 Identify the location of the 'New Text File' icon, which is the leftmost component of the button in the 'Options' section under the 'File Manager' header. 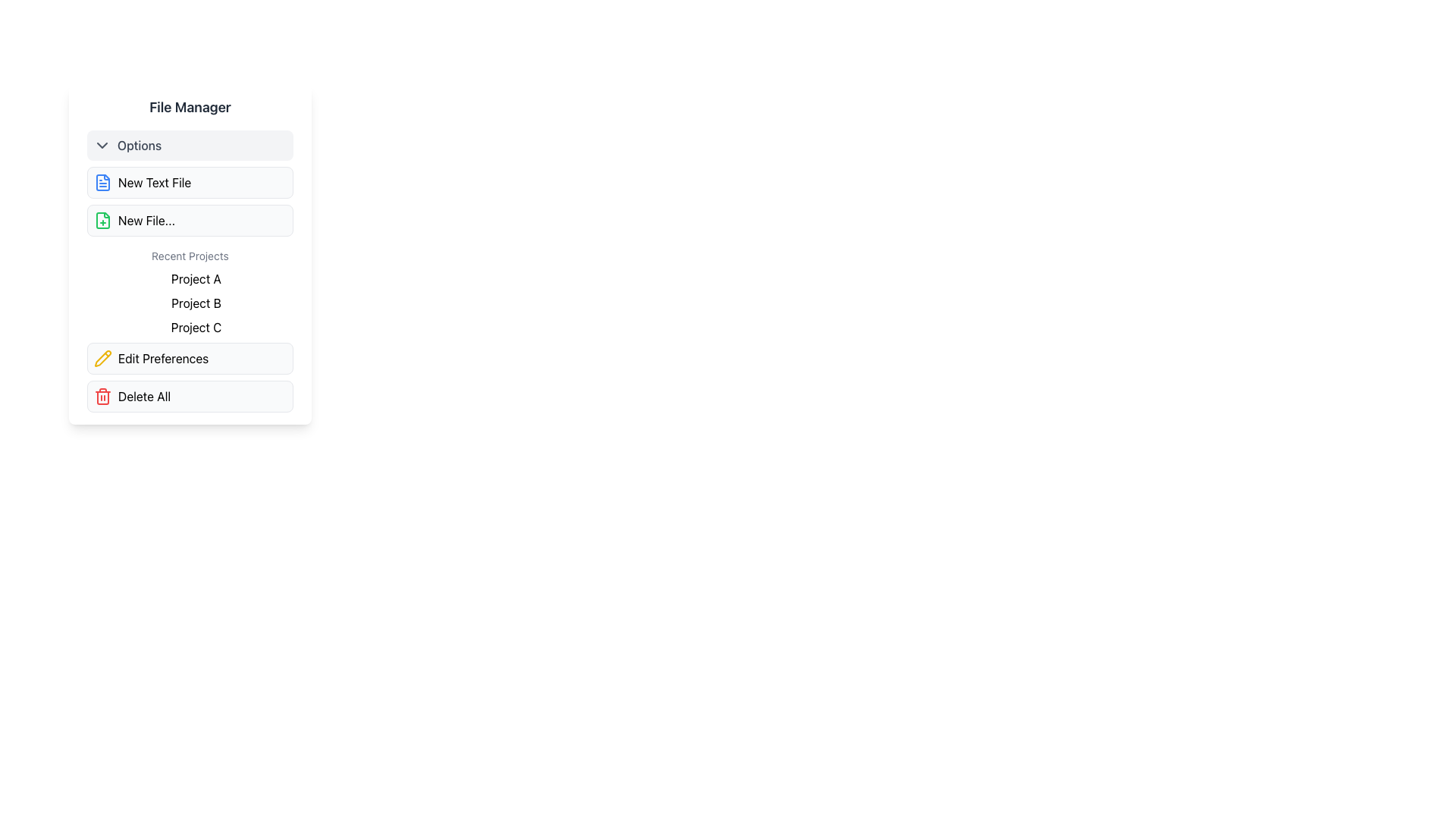
(102, 181).